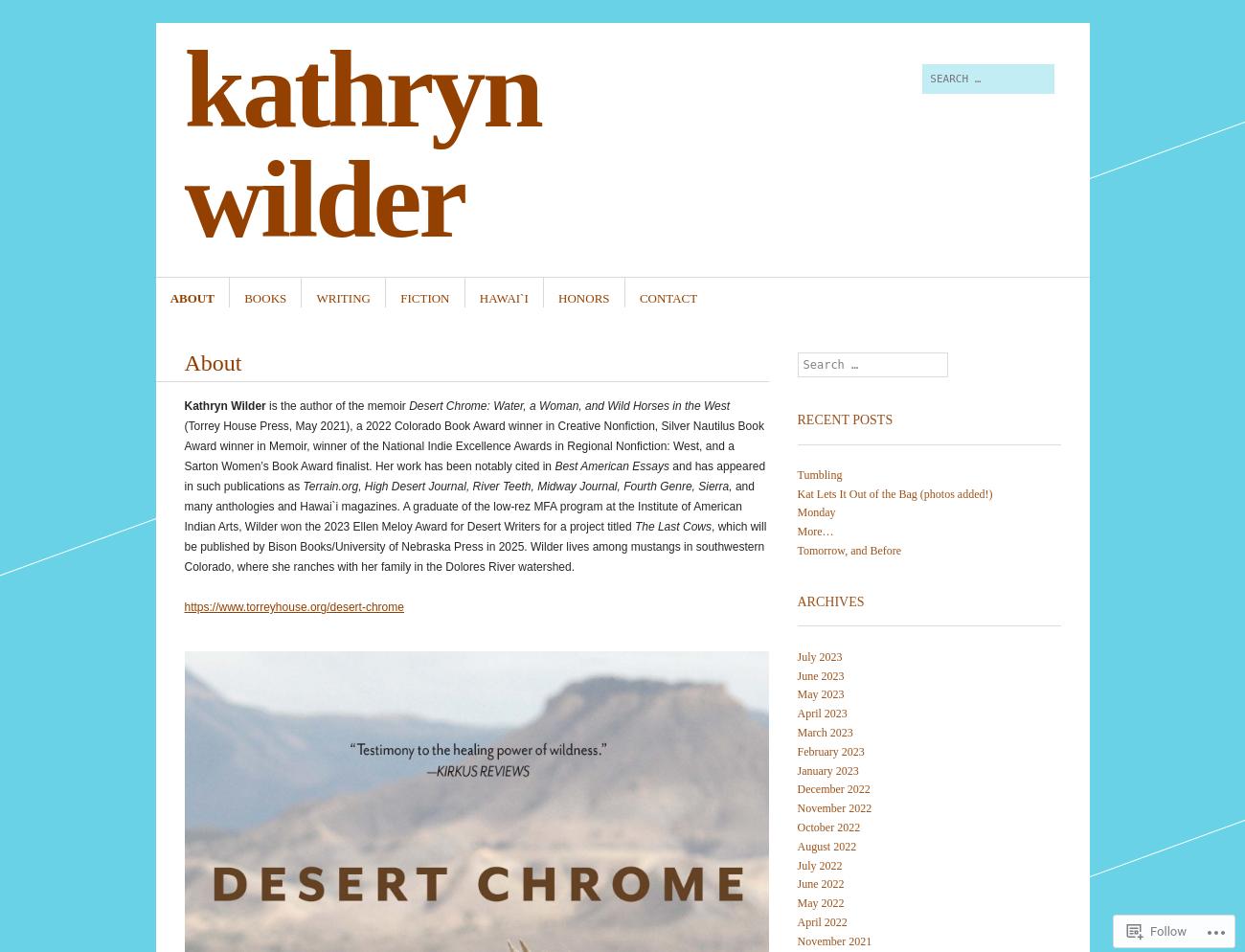 The image size is (1245, 952). What do you see at coordinates (820, 903) in the screenshot?
I see `'May 2022'` at bounding box center [820, 903].